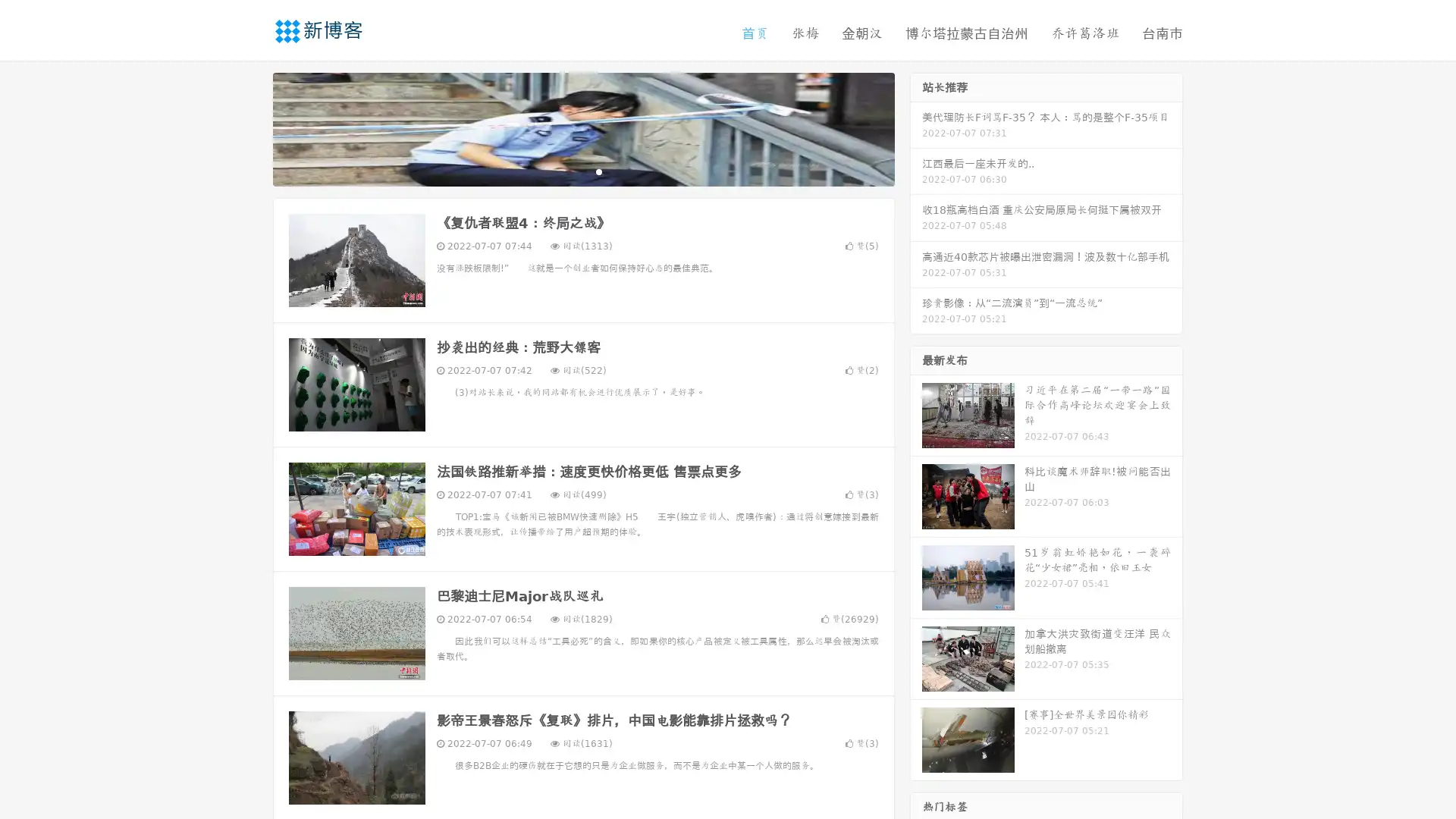 This screenshot has height=819, width=1456. What do you see at coordinates (598, 171) in the screenshot?
I see `Go to slide 3` at bounding box center [598, 171].